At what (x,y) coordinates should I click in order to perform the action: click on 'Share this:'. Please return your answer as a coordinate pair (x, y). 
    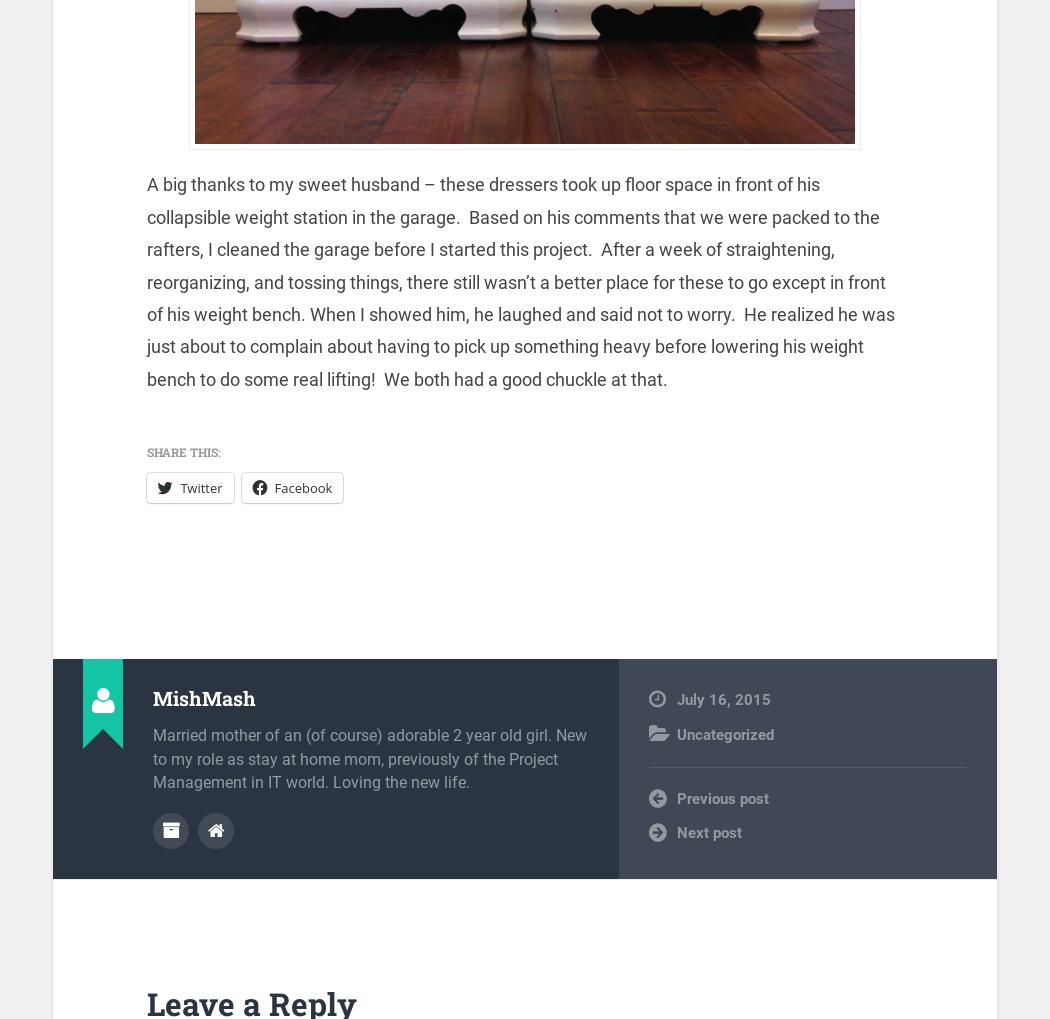
    Looking at the image, I should click on (183, 452).